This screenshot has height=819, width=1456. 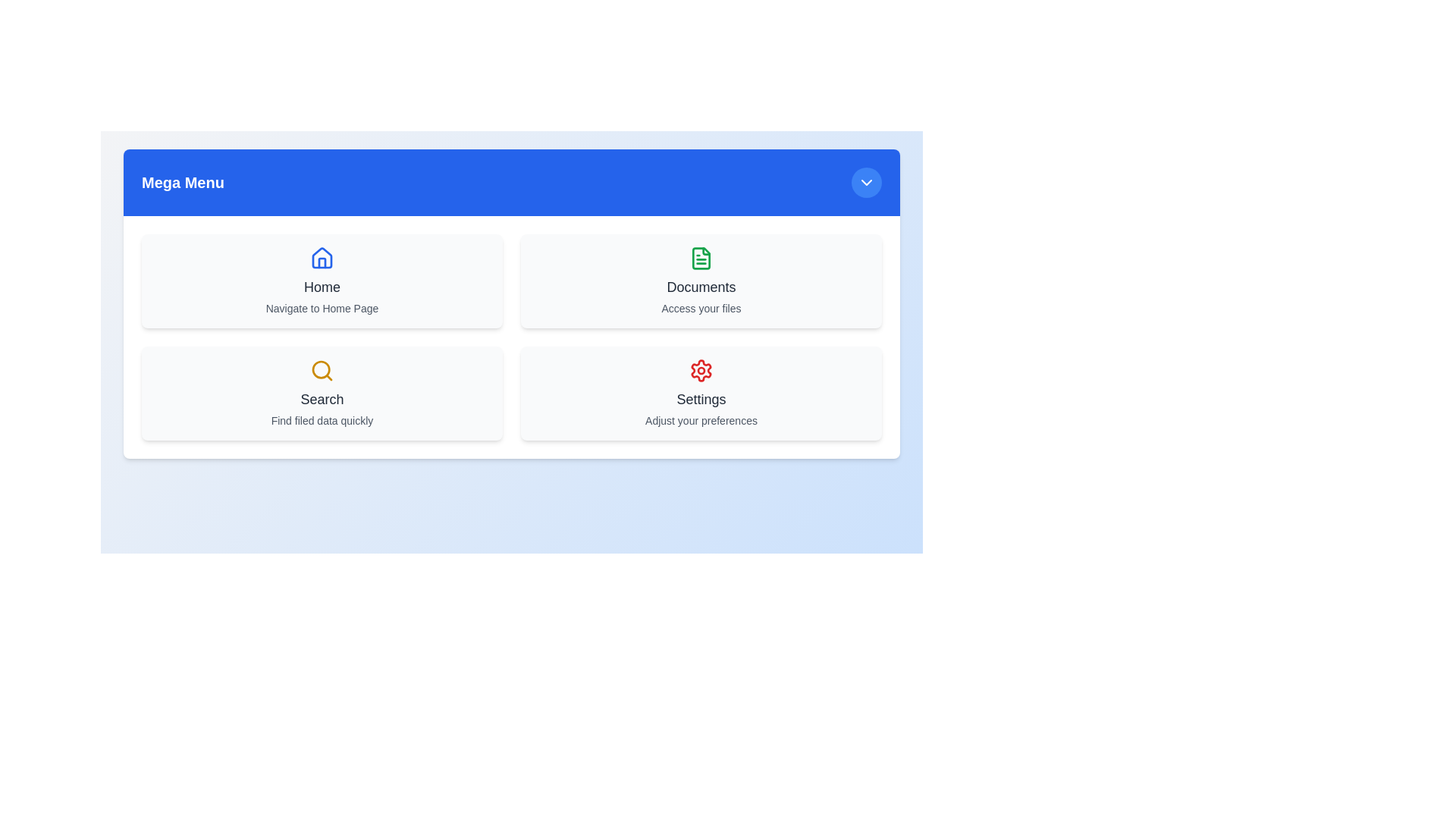 What do you see at coordinates (866, 181) in the screenshot?
I see `arrow button to toggle the submenu` at bounding box center [866, 181].